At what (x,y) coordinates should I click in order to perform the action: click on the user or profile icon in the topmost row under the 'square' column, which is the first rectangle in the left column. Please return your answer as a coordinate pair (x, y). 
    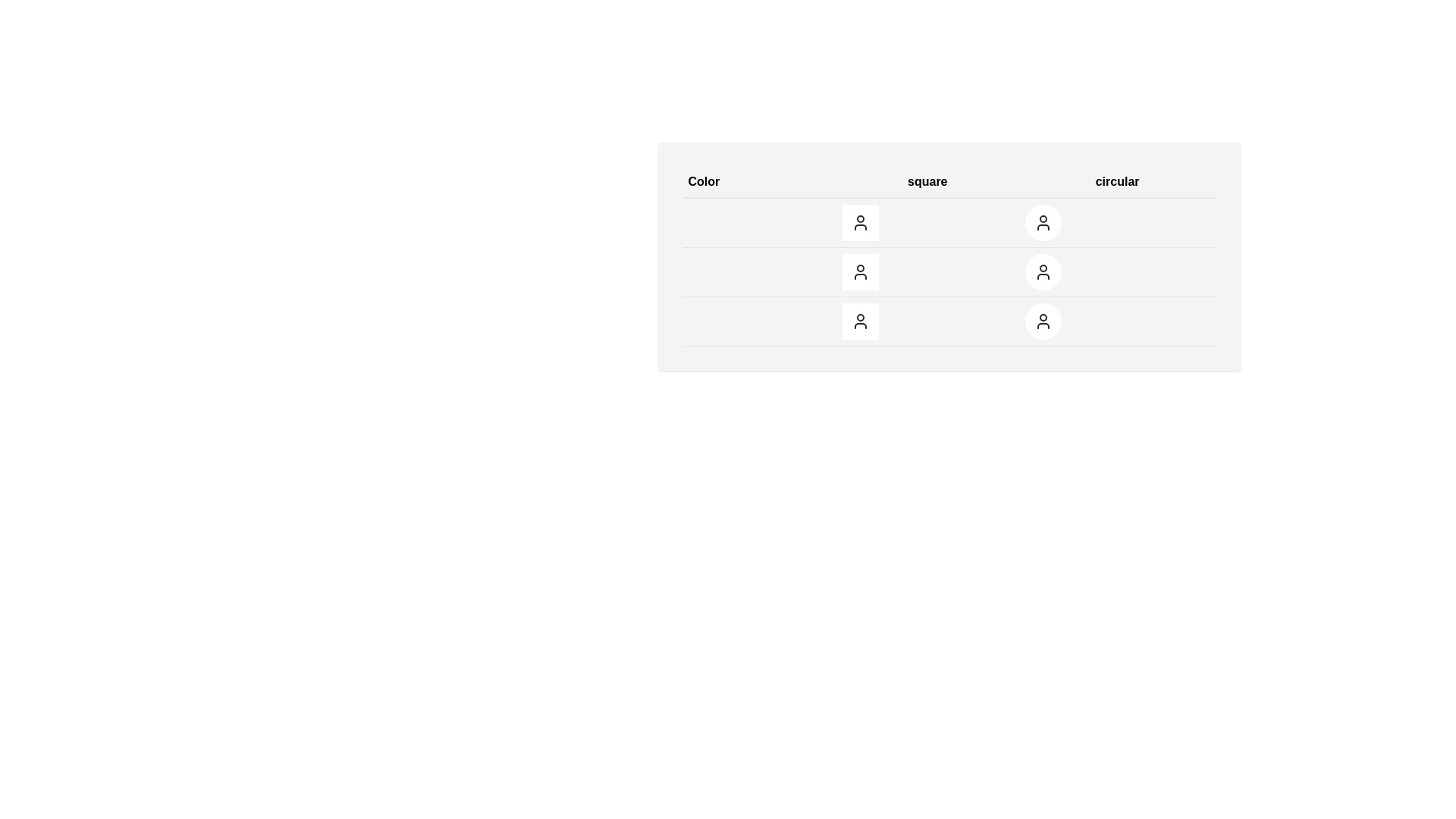
    Looking at the image, I should click on (860, 222).